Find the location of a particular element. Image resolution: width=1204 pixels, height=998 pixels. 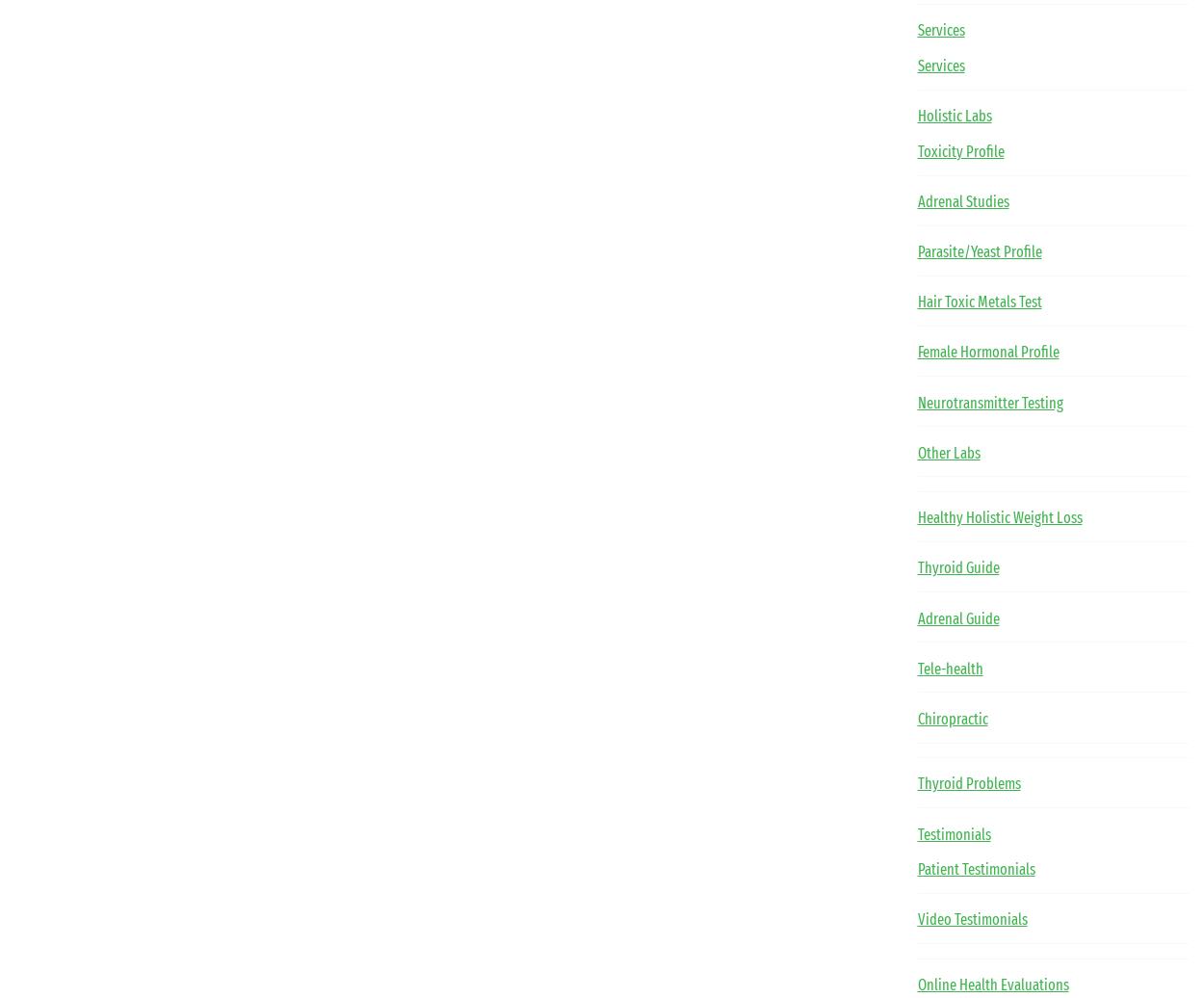

'Adrenal Studies' is located at coordinates (961, 200).